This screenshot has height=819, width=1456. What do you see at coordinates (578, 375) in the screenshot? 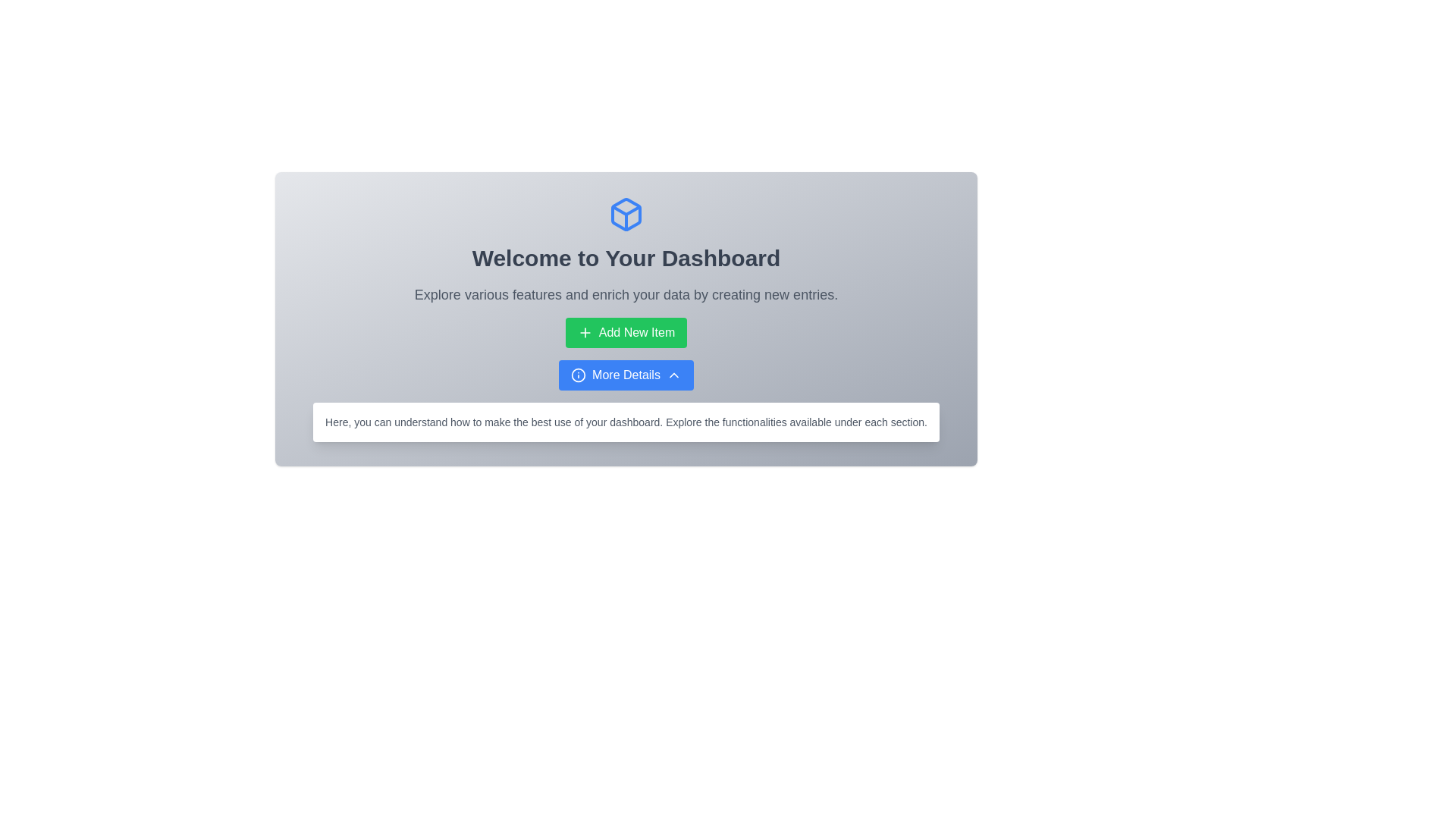
I see `the central SVG Circle graphic that represents information, located directly above the 'More Details' button` at bounding box center [578, 375].